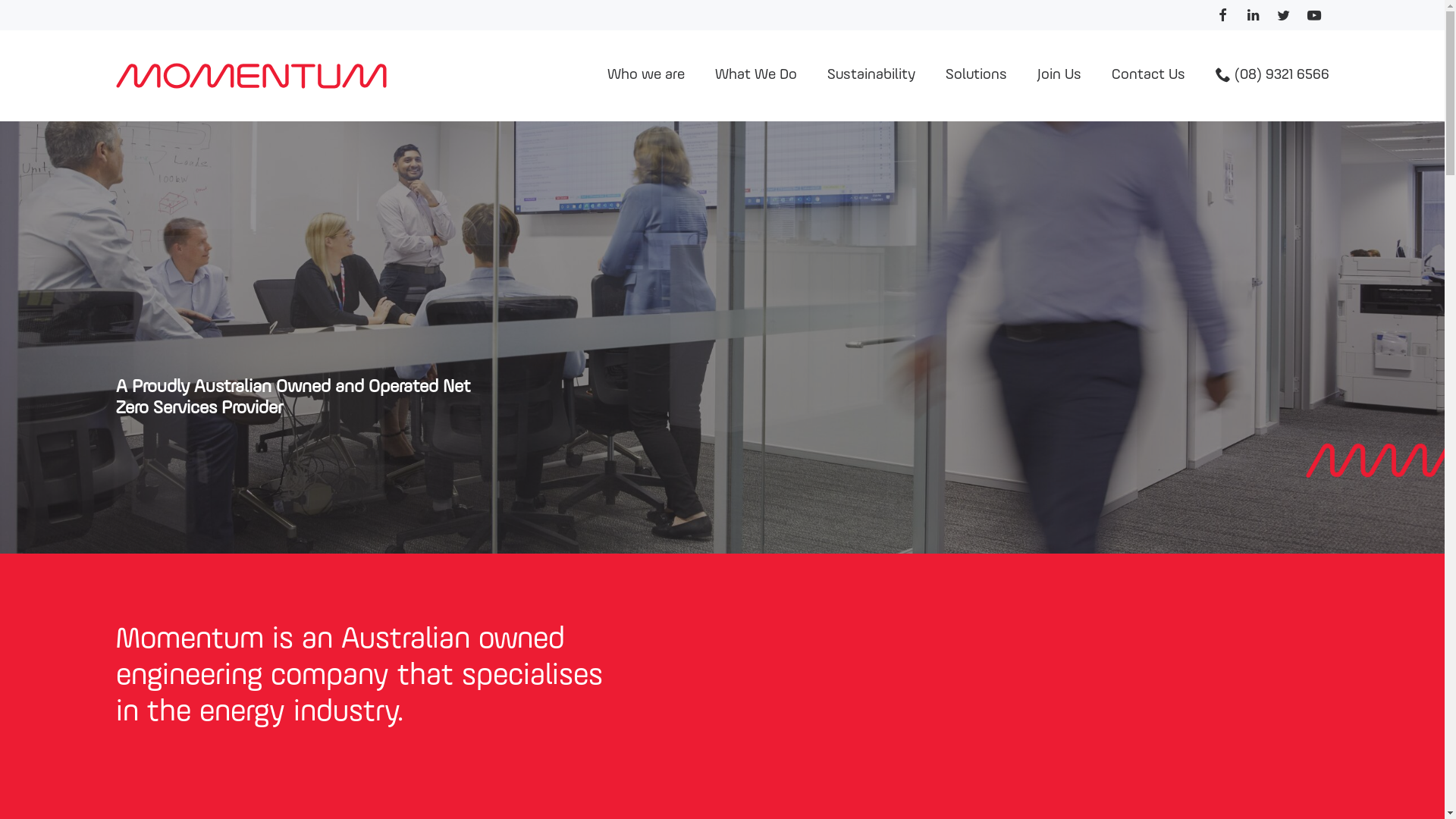 This screenshot has width=1456, height=819. Describe the element at coordinates (755, 76) in the screenshot. I see `'What We Do'` at that location.